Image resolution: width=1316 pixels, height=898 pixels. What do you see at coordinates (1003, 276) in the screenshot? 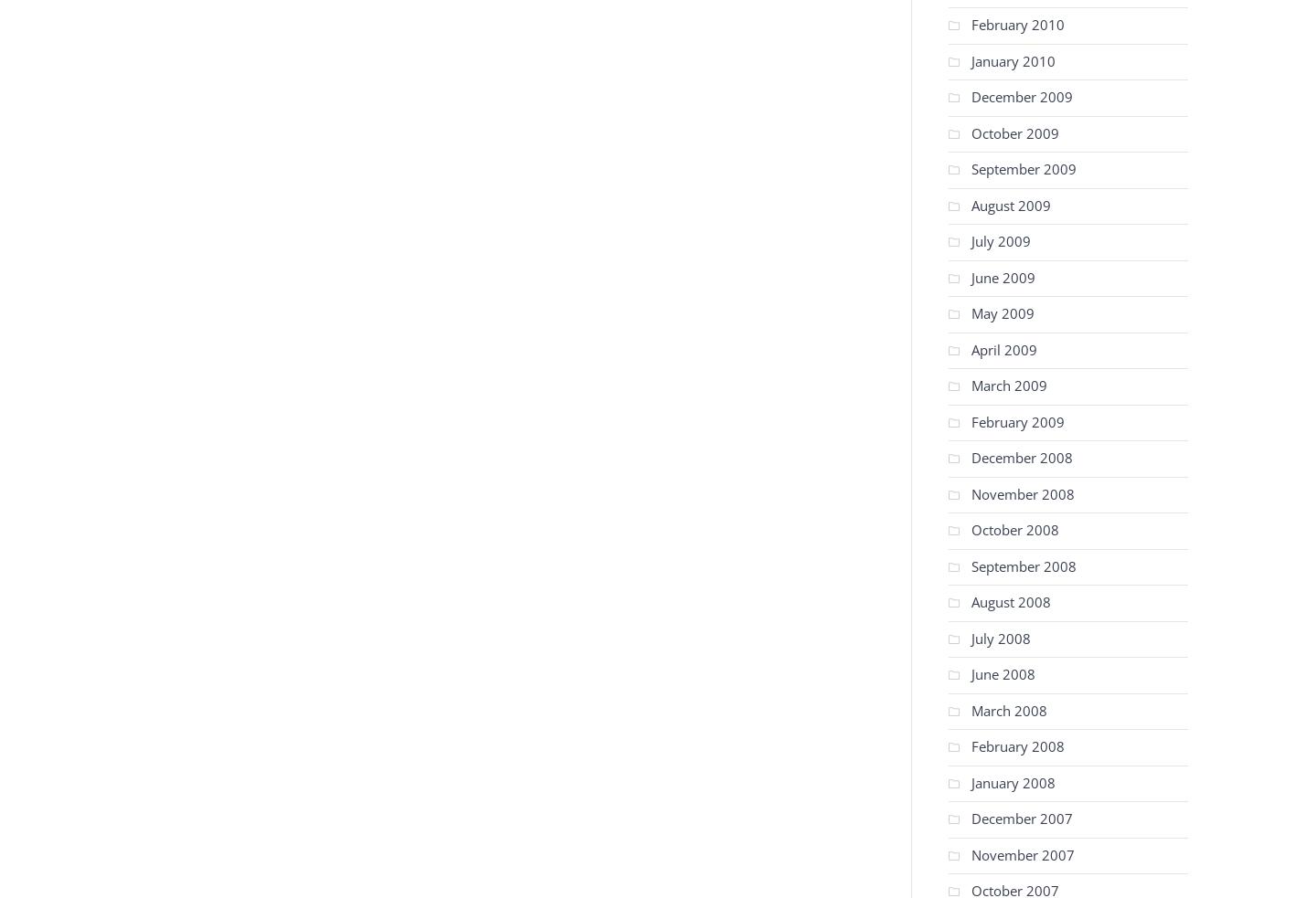
I see `'June 2009'` at bounding box center [1003, 276].